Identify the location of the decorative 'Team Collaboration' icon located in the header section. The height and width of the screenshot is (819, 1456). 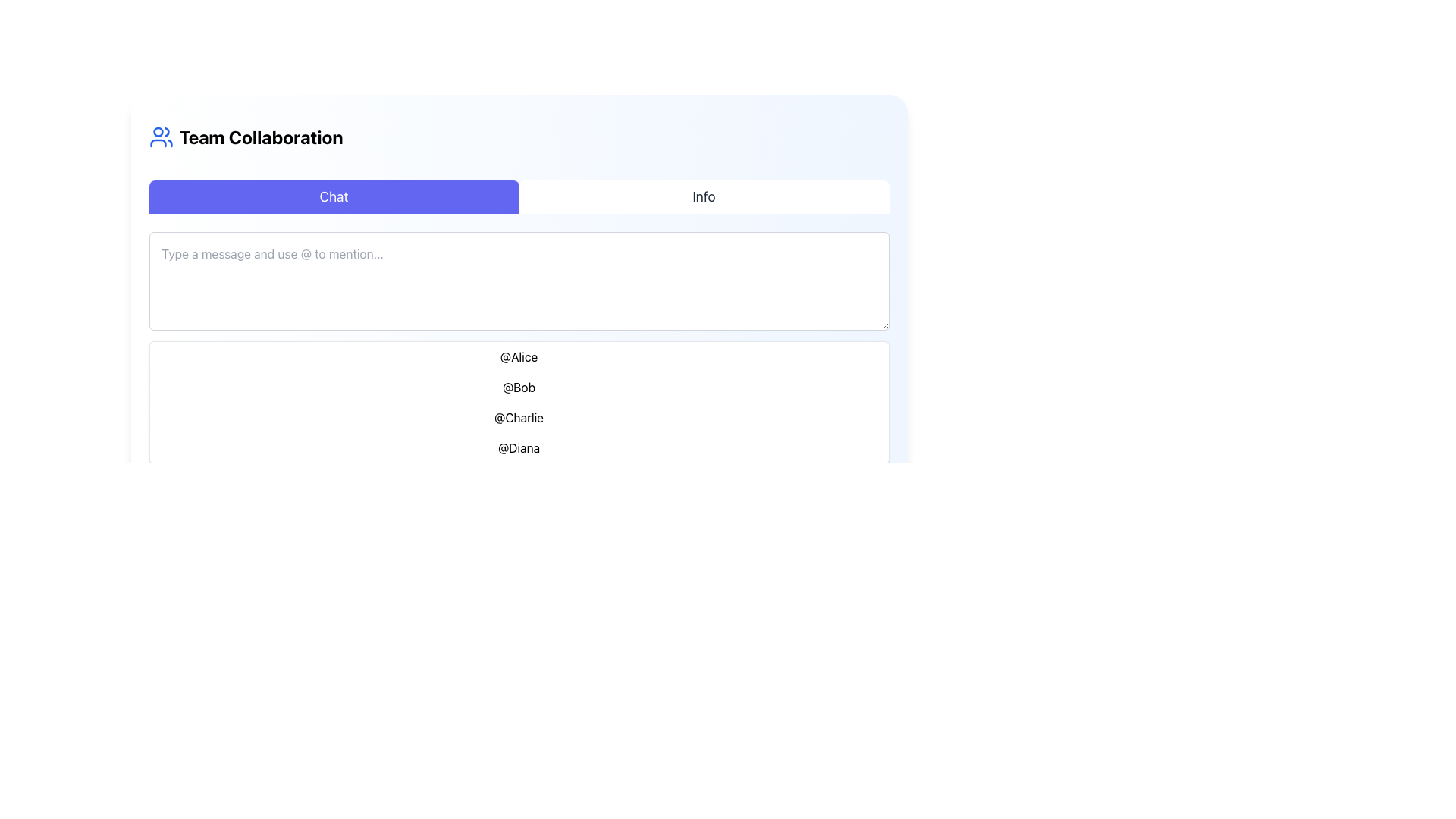
(161, 137).